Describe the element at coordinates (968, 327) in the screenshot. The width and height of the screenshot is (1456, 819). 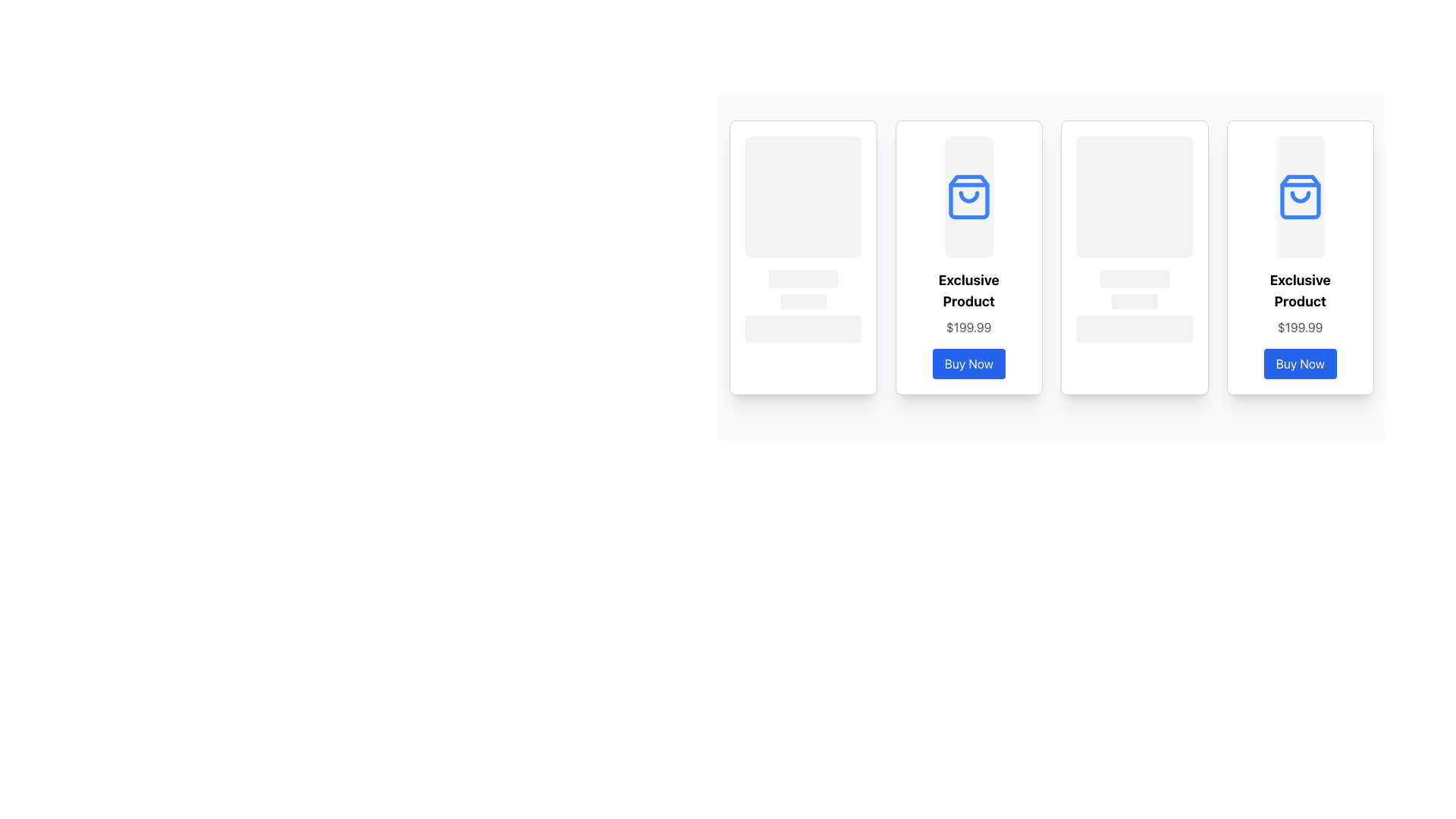
I see `price displayed in the label positioned below the header text 'Exclusive Product' and above the 'Buy Now' button in the middle card of the product grid` at that location.